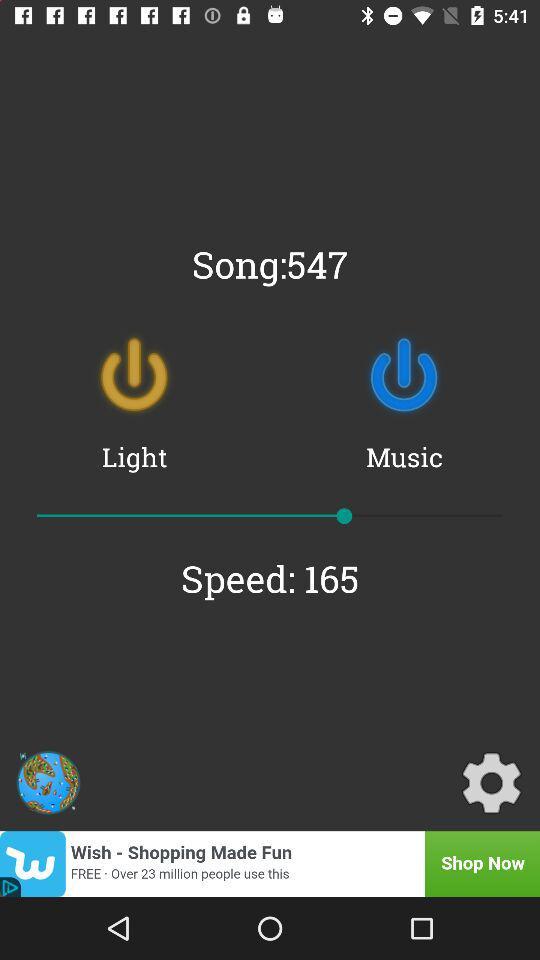 The width and height of the screenshot is (540, 960). What do you see at coordinates (48, 782) in the screenshot?
I see `item at the bottom left corner` at bounding box center [48, 782].